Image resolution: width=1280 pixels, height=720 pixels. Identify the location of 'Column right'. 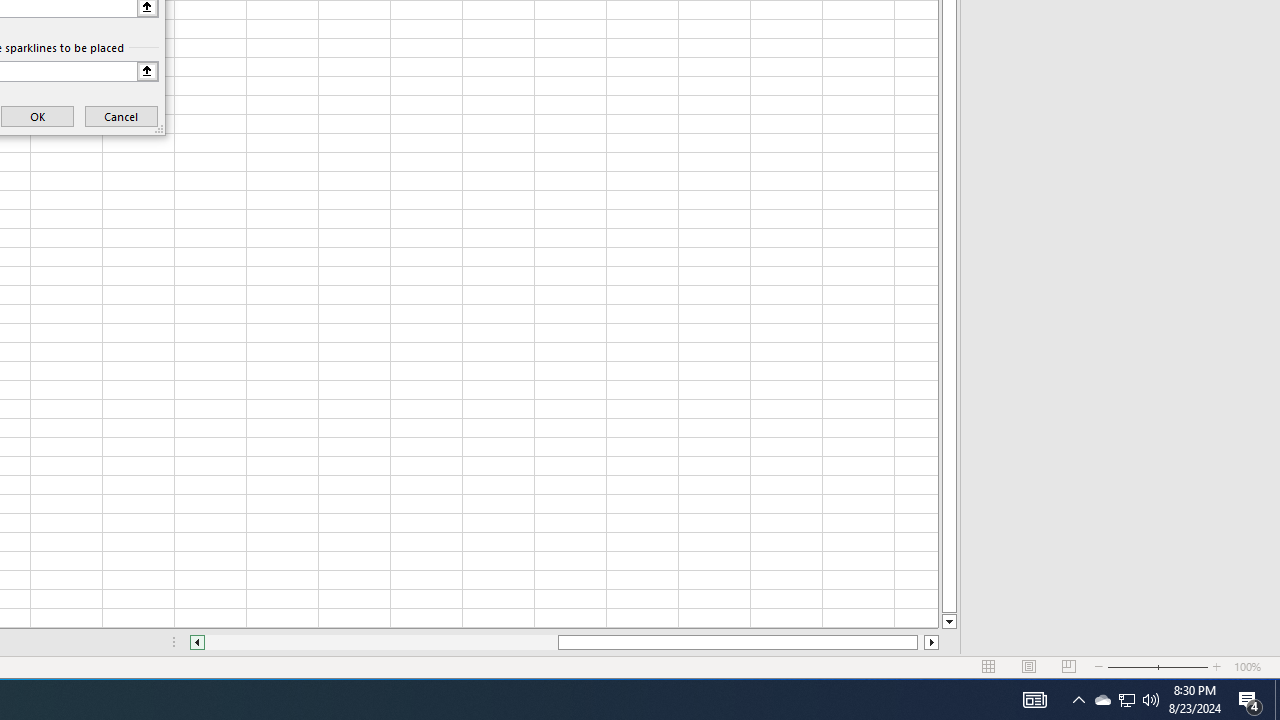
(931, 642).